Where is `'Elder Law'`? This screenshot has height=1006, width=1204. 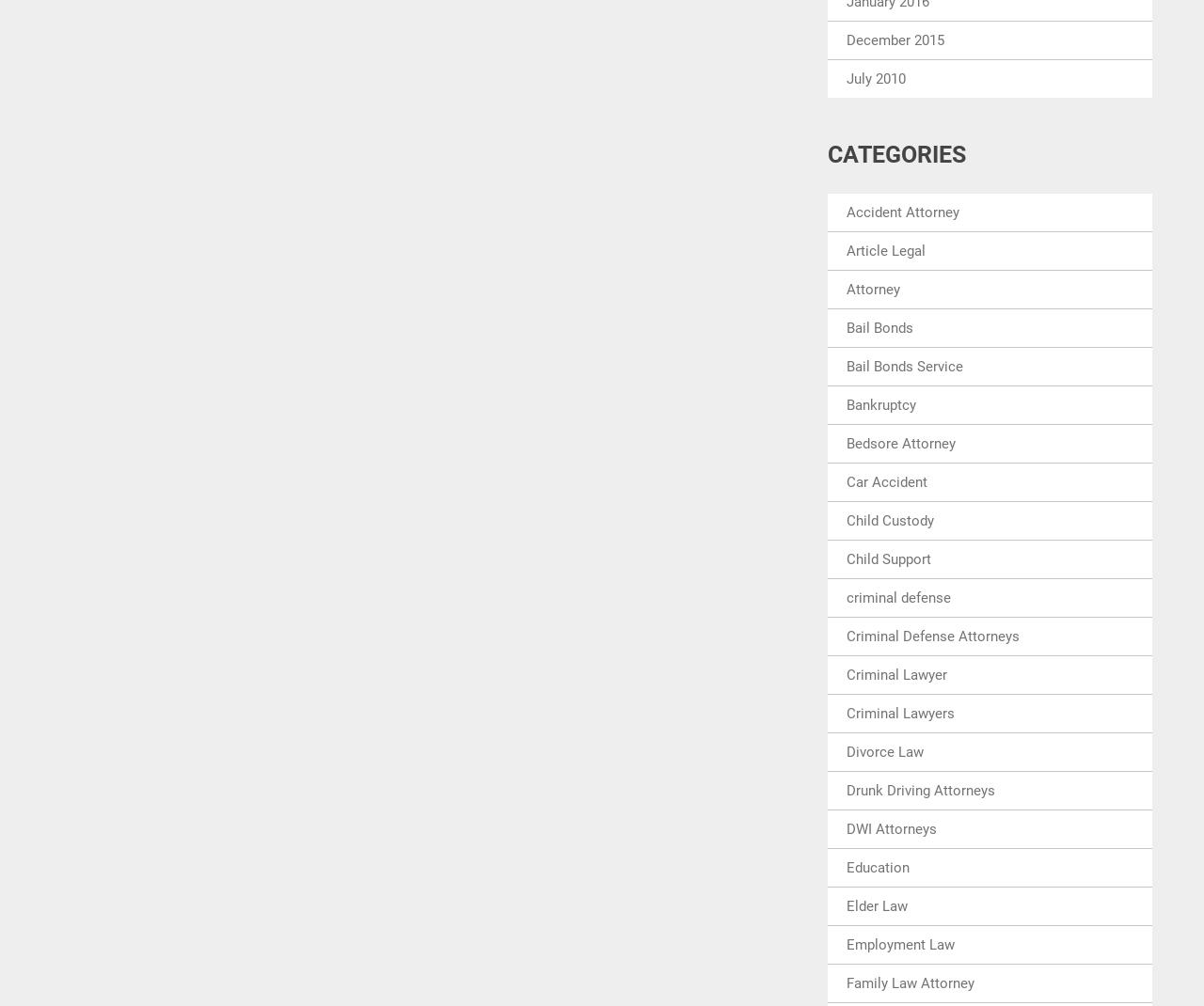 'Elder Law' is located at coordinates (876, 904).